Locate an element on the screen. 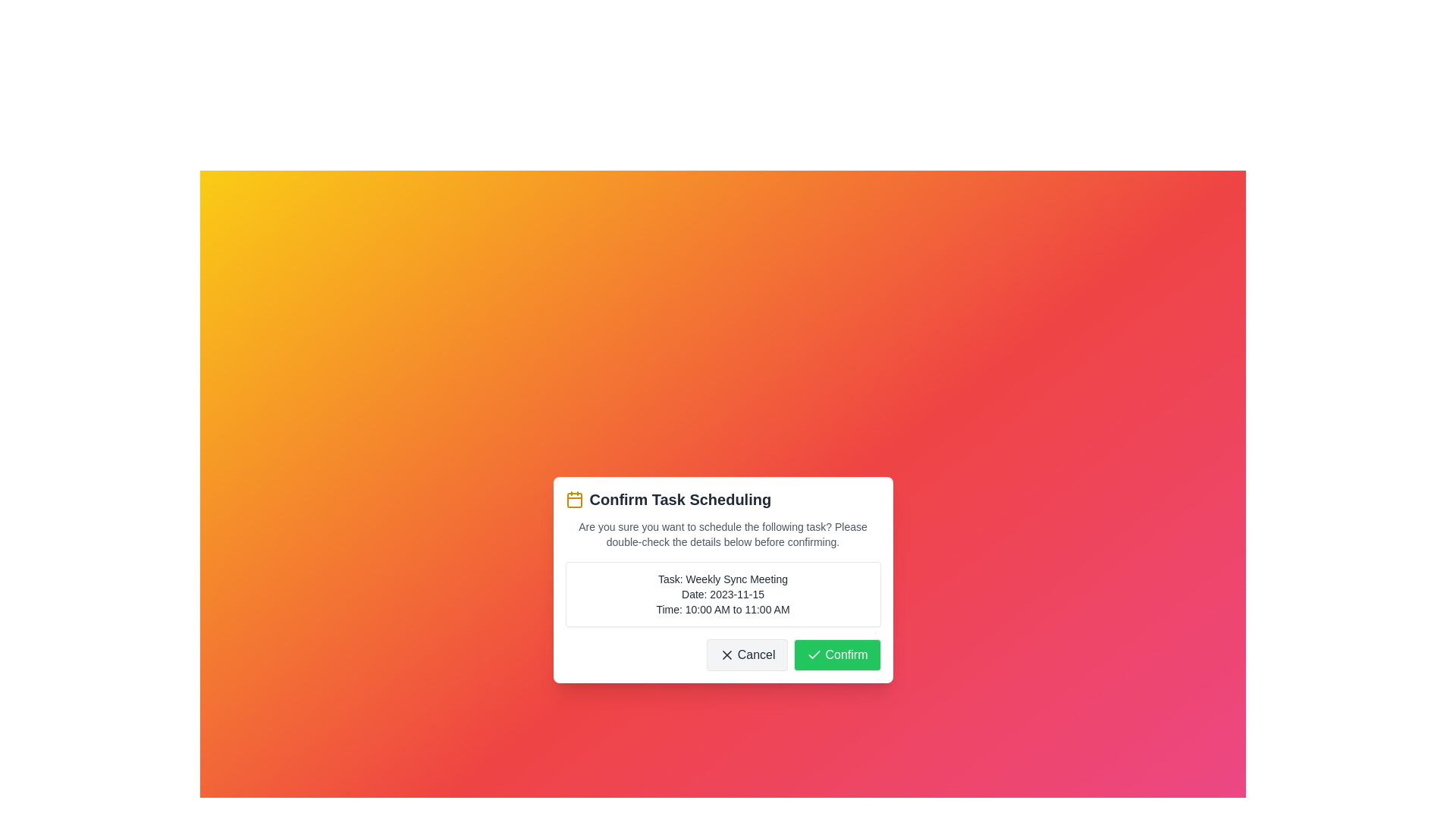 The height and width of the screenshot is (819, 1456). the calendar-related icon located to the immediate left of the 'Confirm Task Scheduling' text in the UI header of the confirmation dialog box is located at coordinates (573, 500).